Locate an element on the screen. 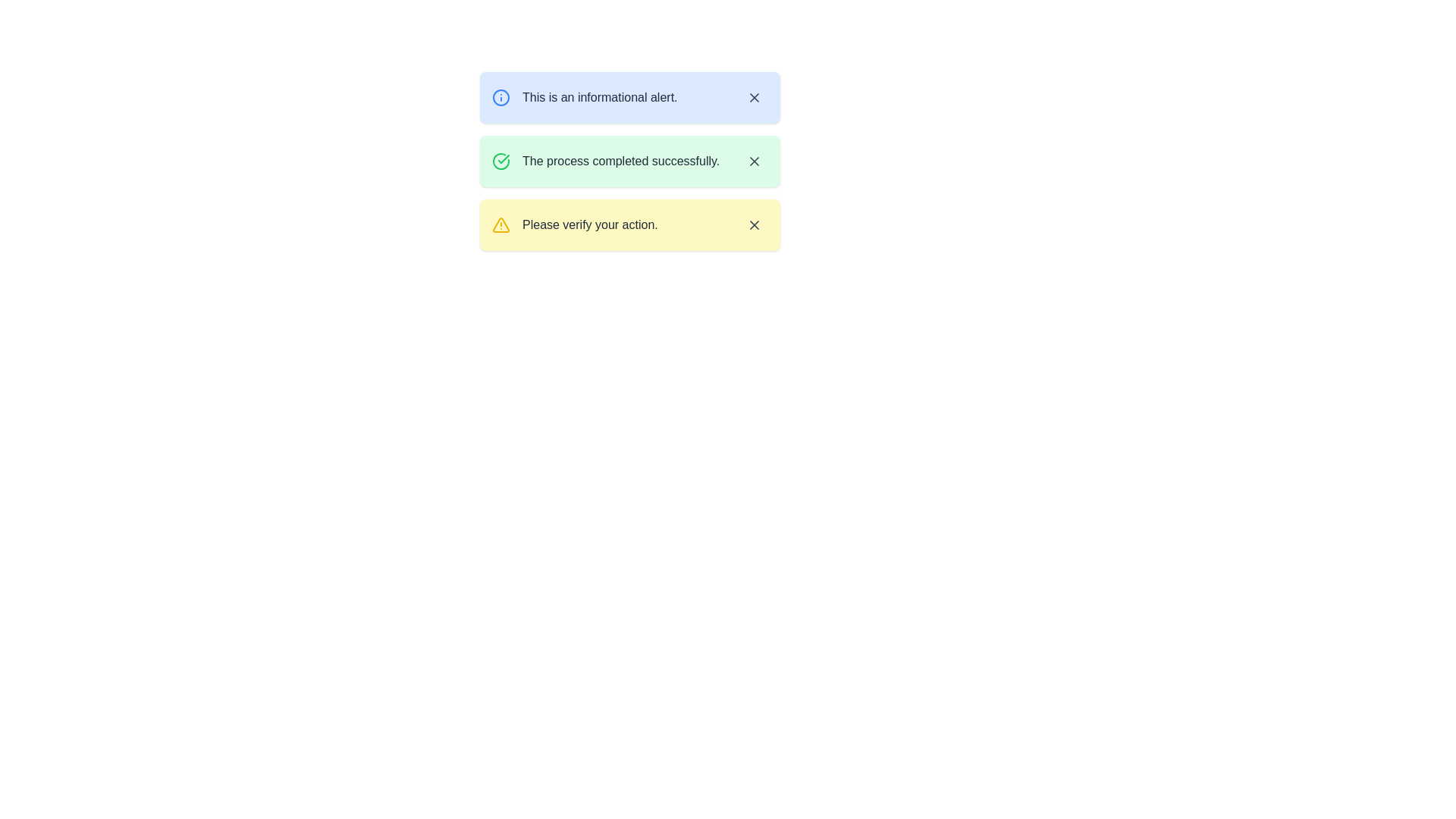 The width and height of the screenshot is (1456, 819). the circular SVG element with a blue outline located within the first informational alert box that has a light blue background and the text label saying 'This is an informational alert' is located at coordinates (501, 97).